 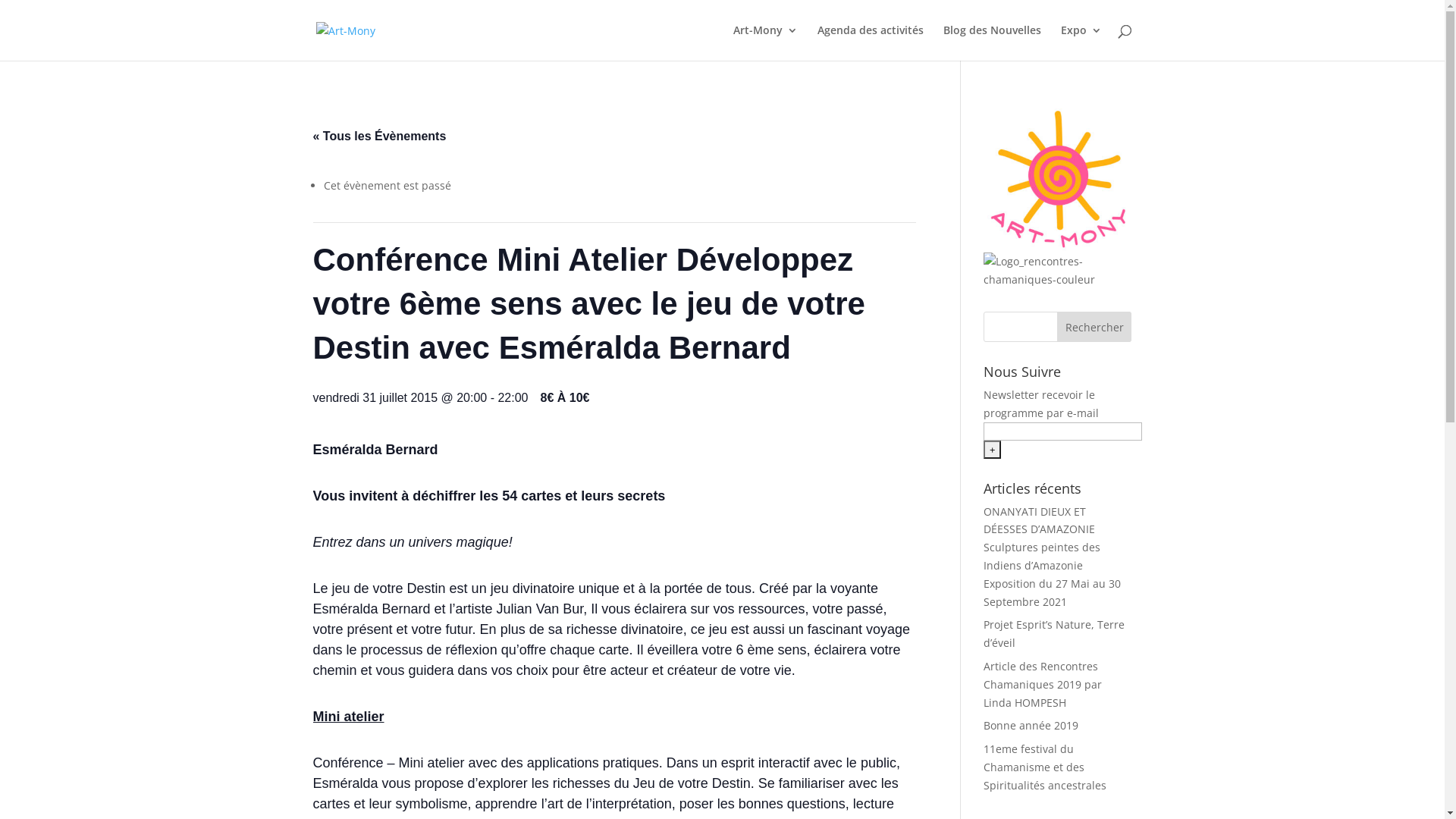 I want to click on 'Art-Mony', so click(x=732, y=42).